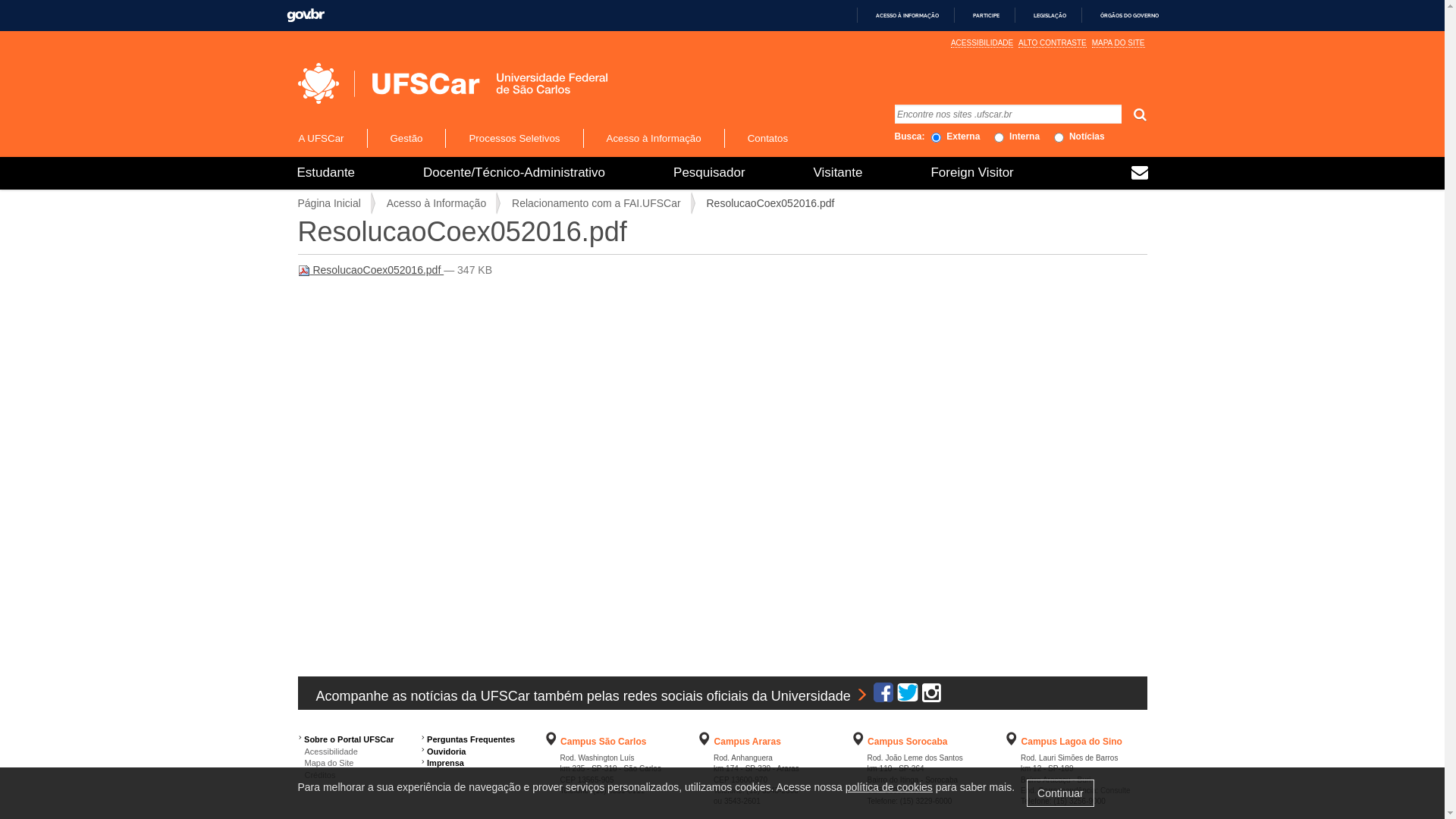  Describe the element at coordinates (305, 14) in the screenshot. I see `'GOVBR'` at that location.